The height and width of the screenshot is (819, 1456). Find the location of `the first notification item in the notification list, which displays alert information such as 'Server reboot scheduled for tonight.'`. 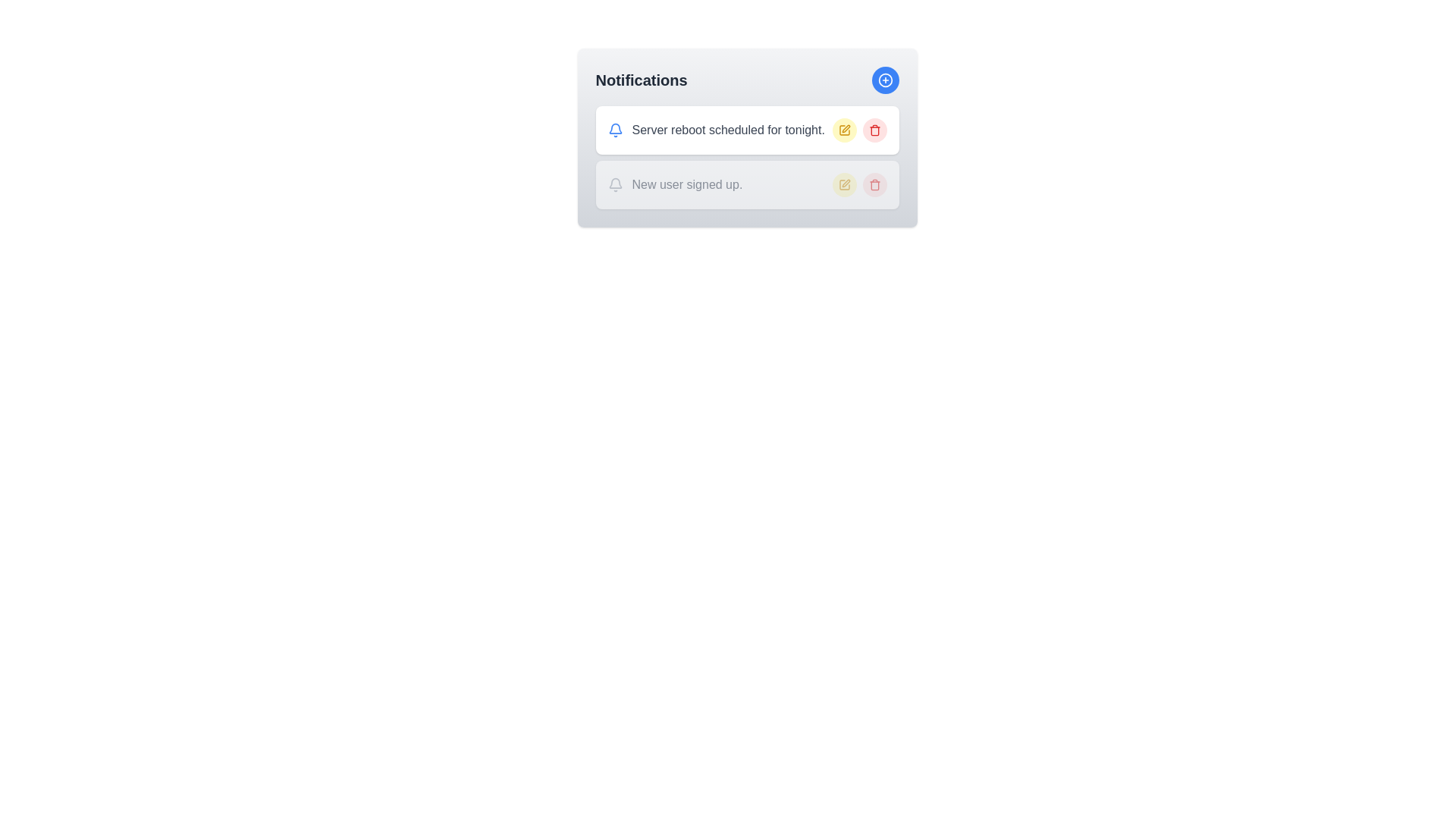

the first notification item in the notification list, which displays alert information such as 'Server reboot scheduled for tonight.' is located at coordinates (747, 137).